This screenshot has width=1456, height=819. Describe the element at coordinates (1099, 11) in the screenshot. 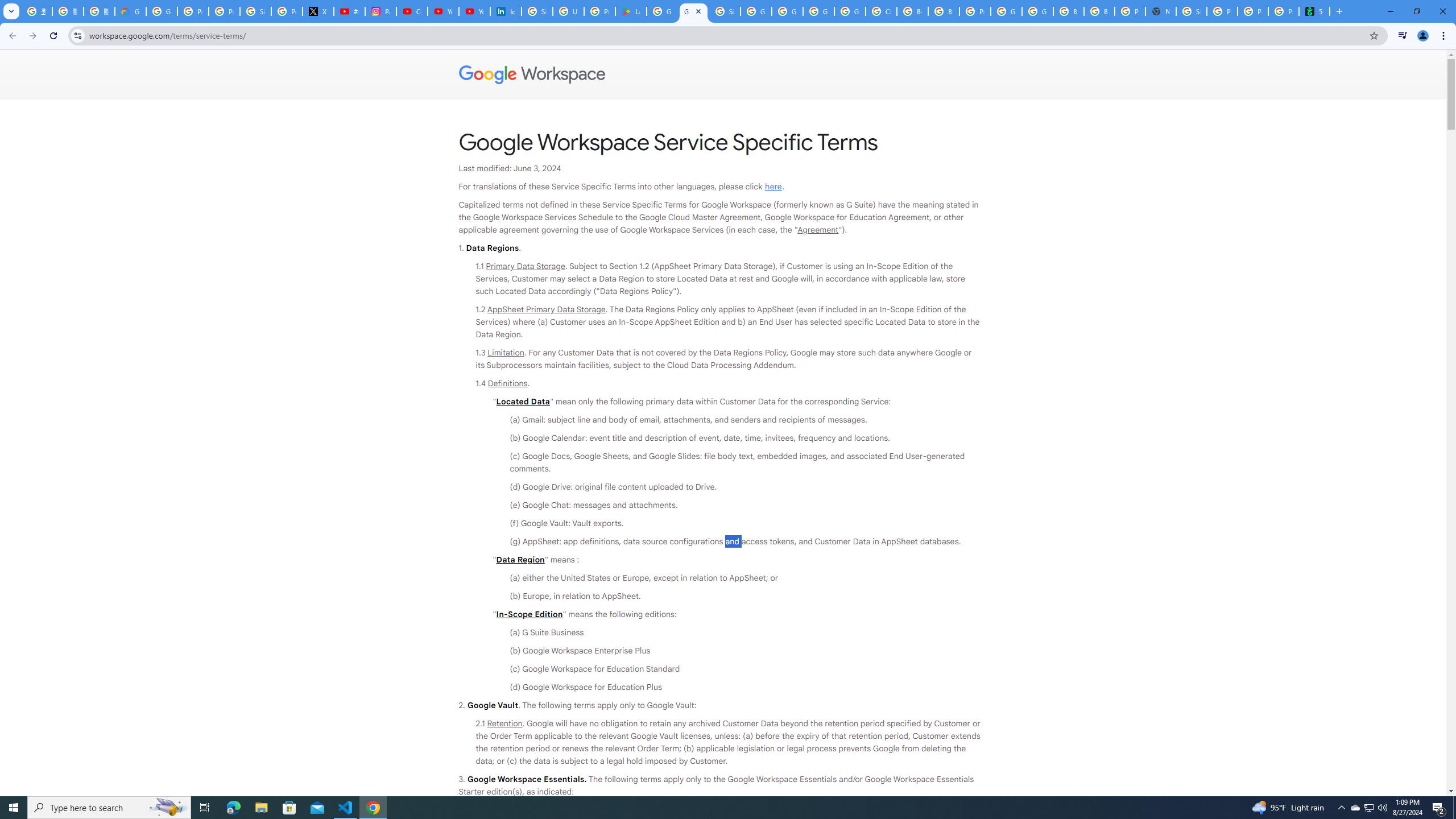

I see `'Browse Chrome as a guest - Computer - Google Chrome Help'` at that location.